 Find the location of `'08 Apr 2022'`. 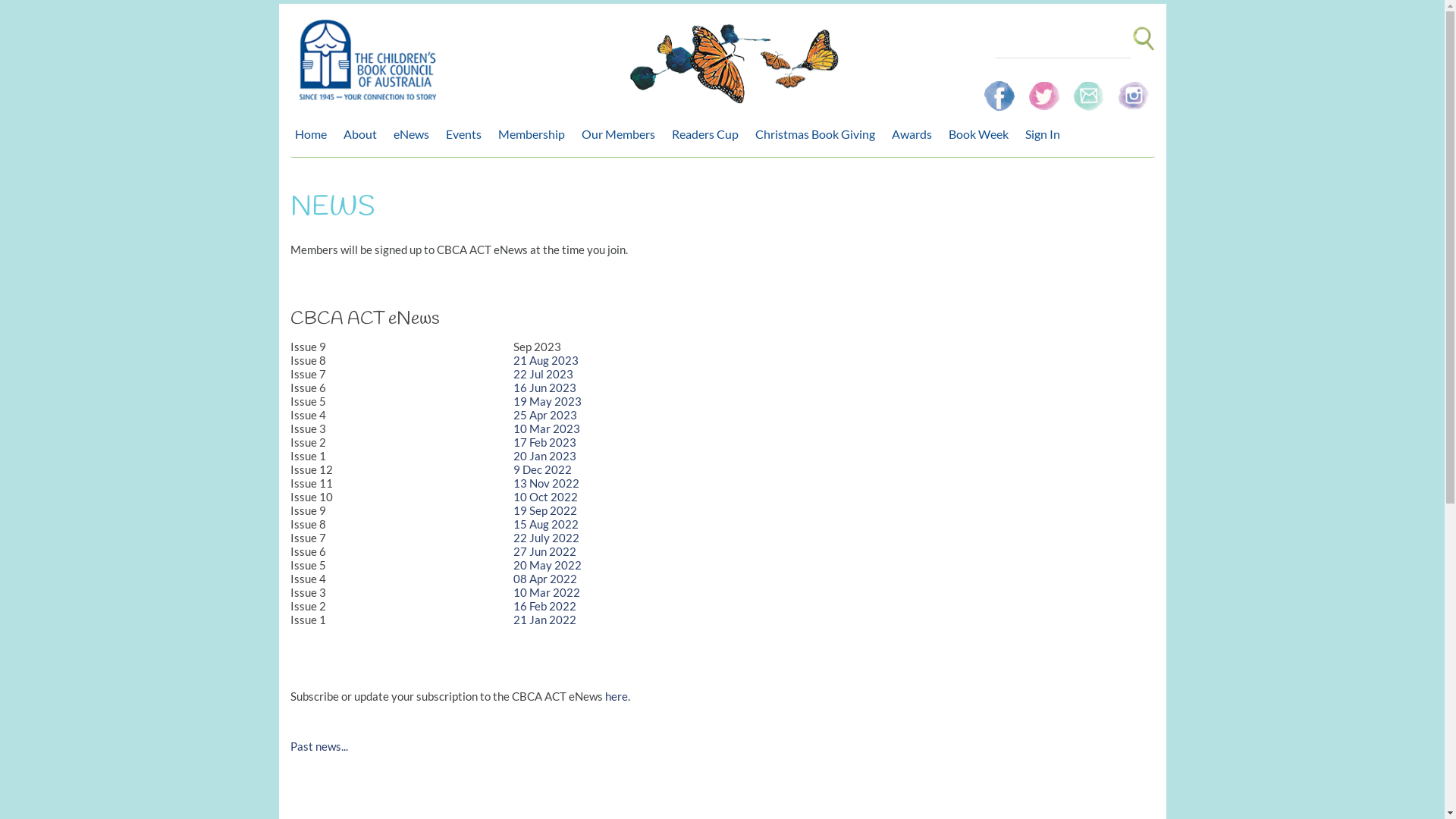

'08 Apr 2022' is located at coordinates (545, 579).